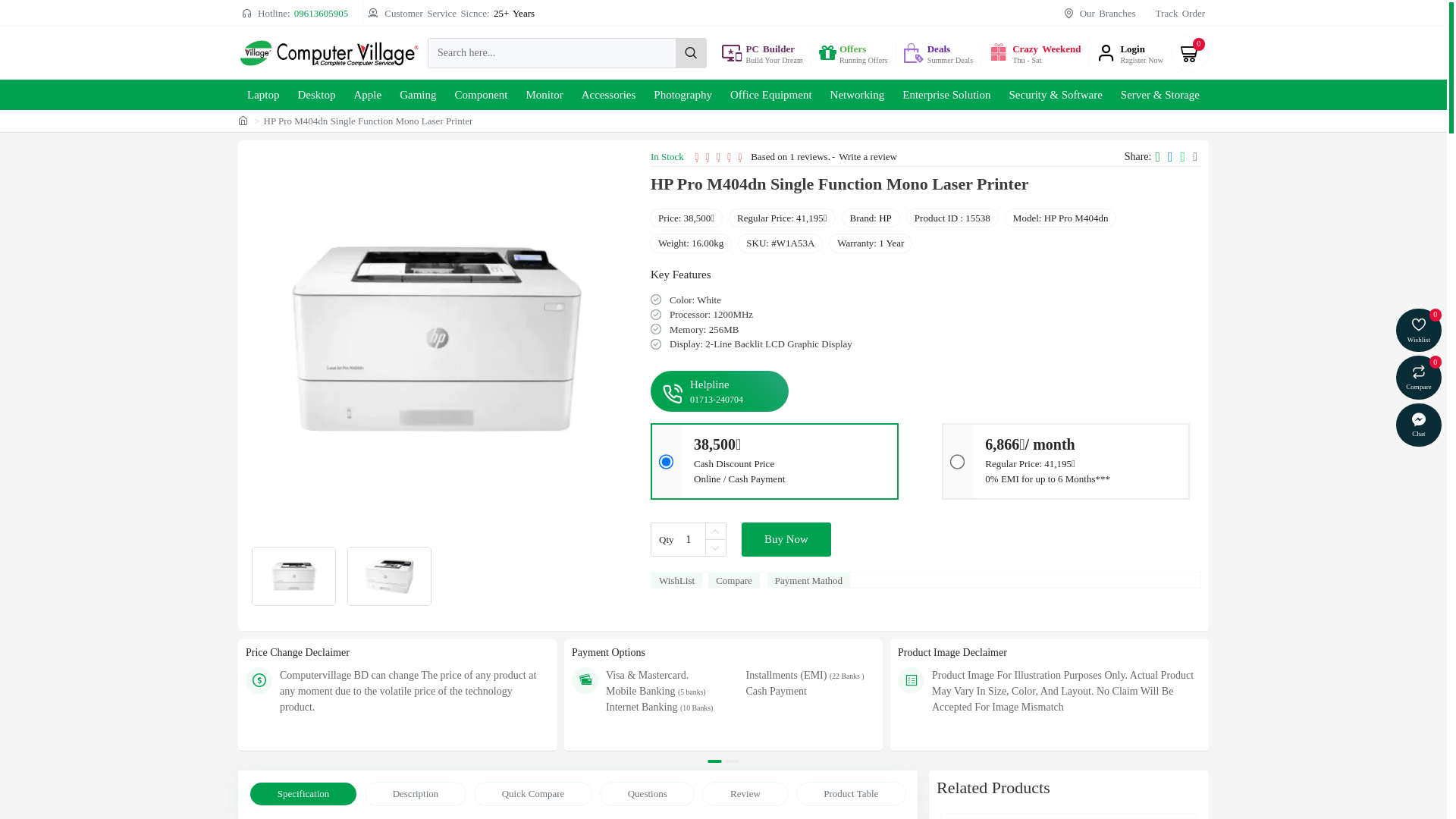 This screenshot has height=819, width=1456. Describe the element at coordinates (1159, 94) in the screenshot. I see `'Server & Storage'` at that location.